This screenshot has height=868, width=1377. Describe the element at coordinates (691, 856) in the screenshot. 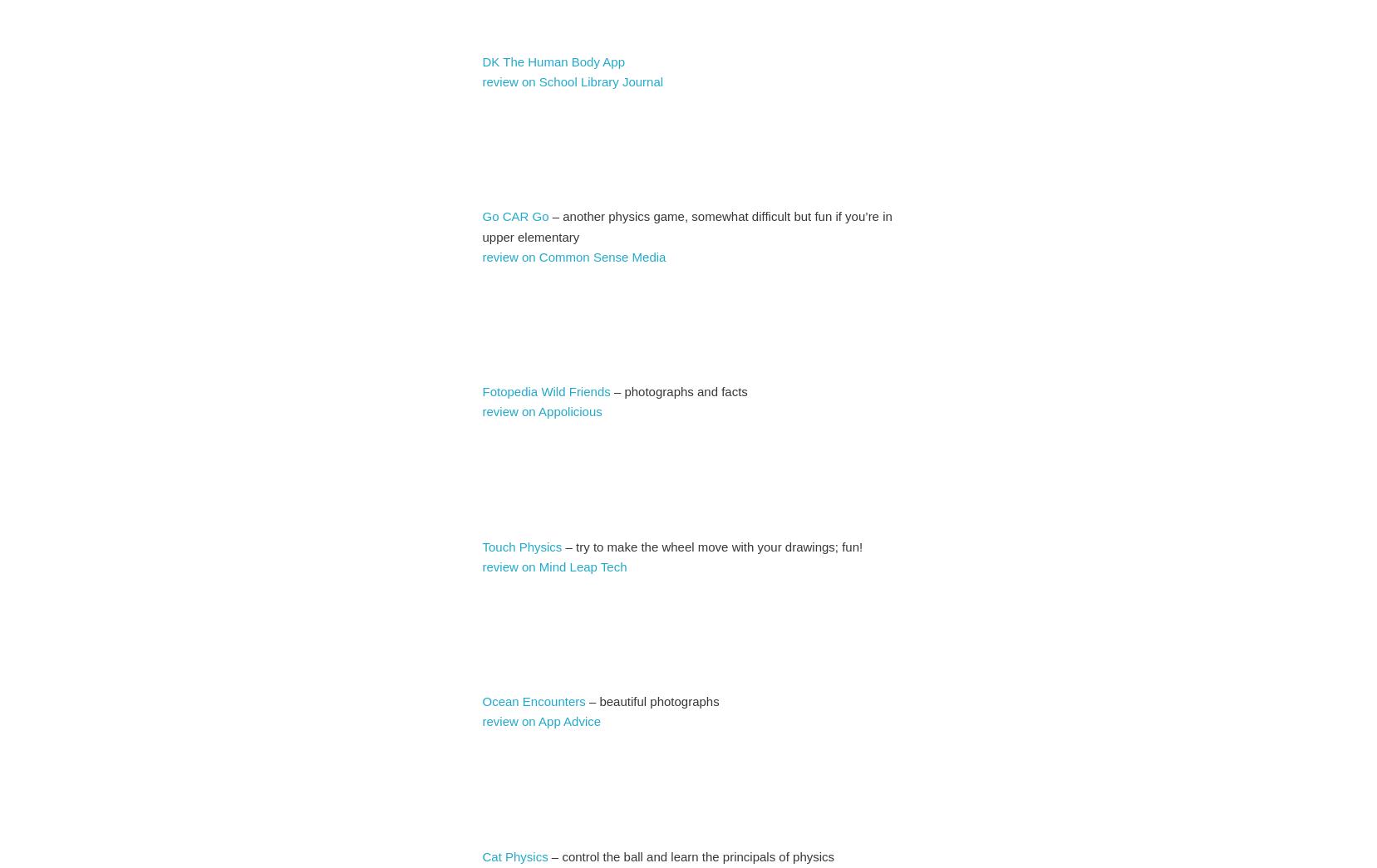

I see `'– control the ball and learn the principals of physics'` at that location.